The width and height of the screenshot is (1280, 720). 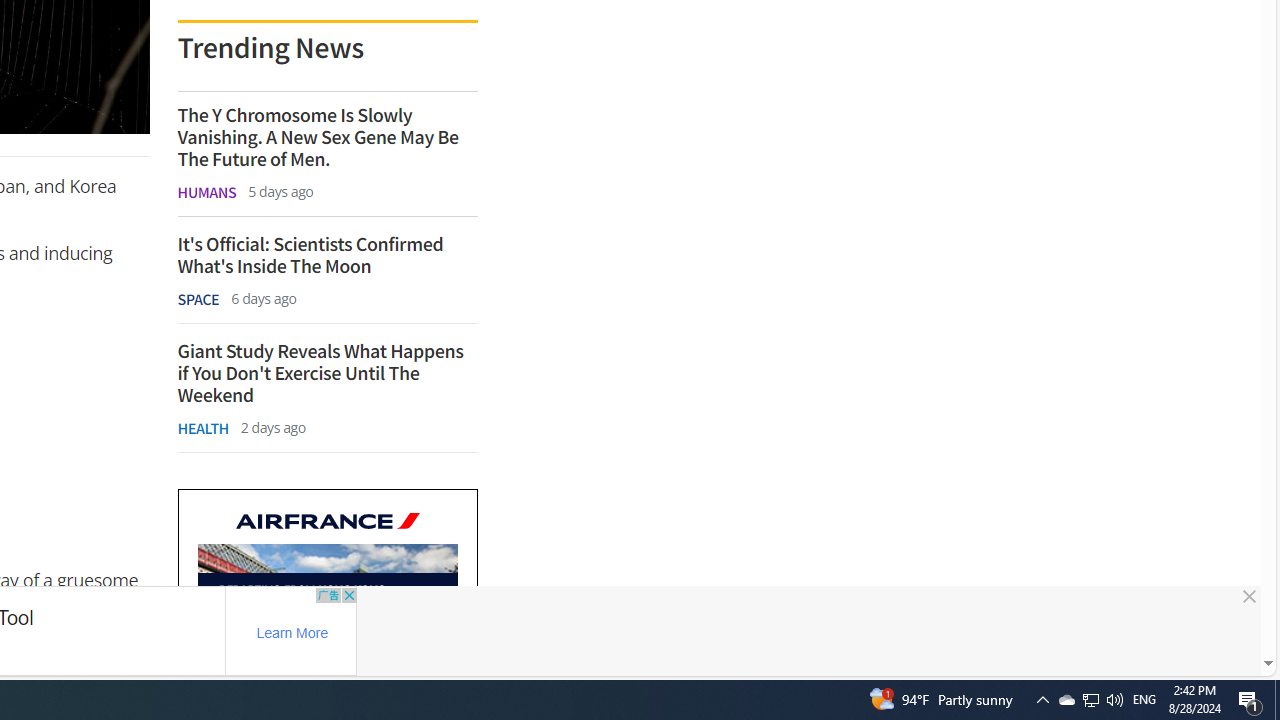 What do you see at coordinates (327, 254) in the screenshot?
I see `'It'` at bounding box center [327, 254].